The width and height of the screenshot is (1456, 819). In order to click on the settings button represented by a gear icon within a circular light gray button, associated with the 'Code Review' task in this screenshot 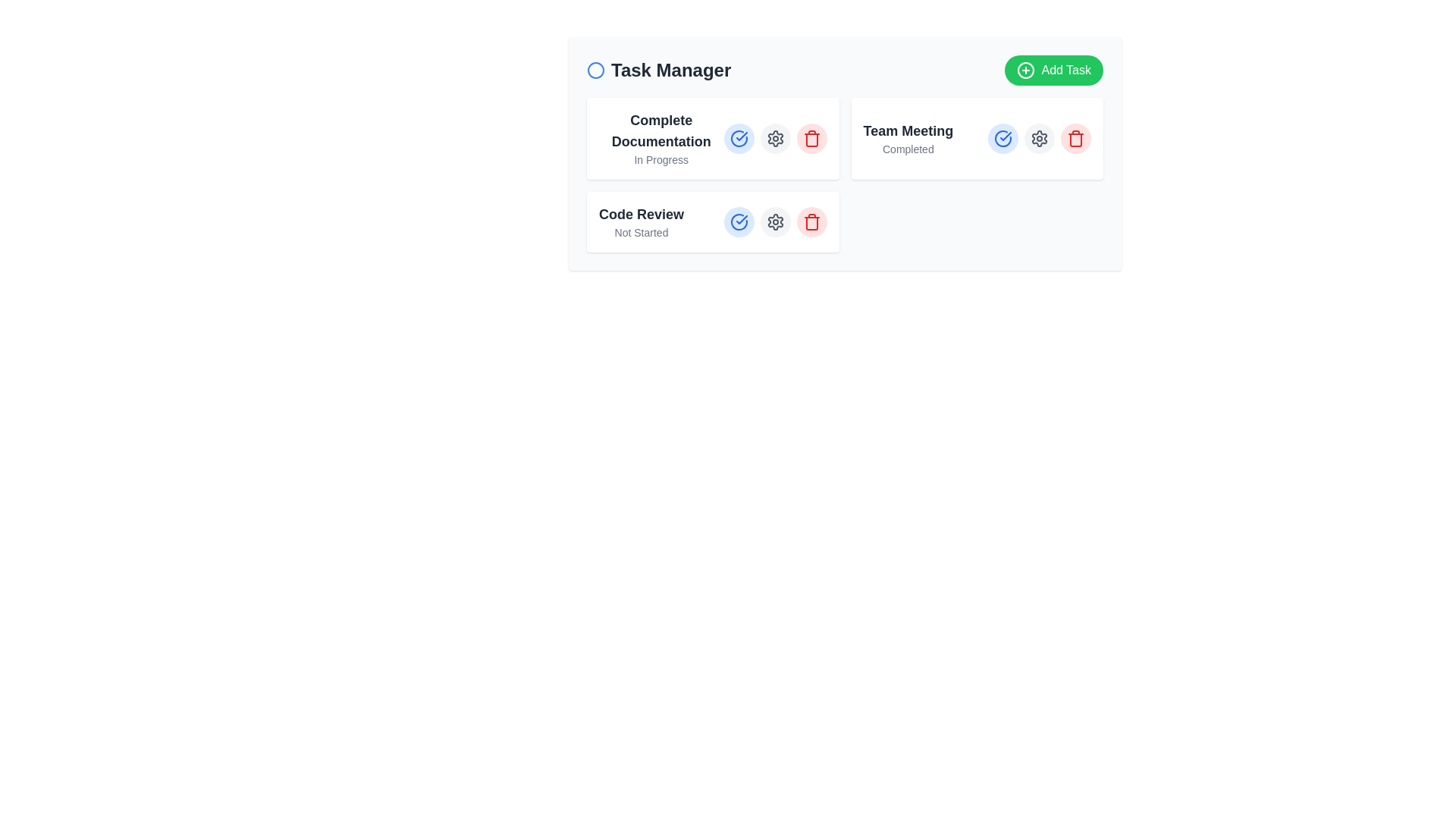, I will do `click(775, 138)`.